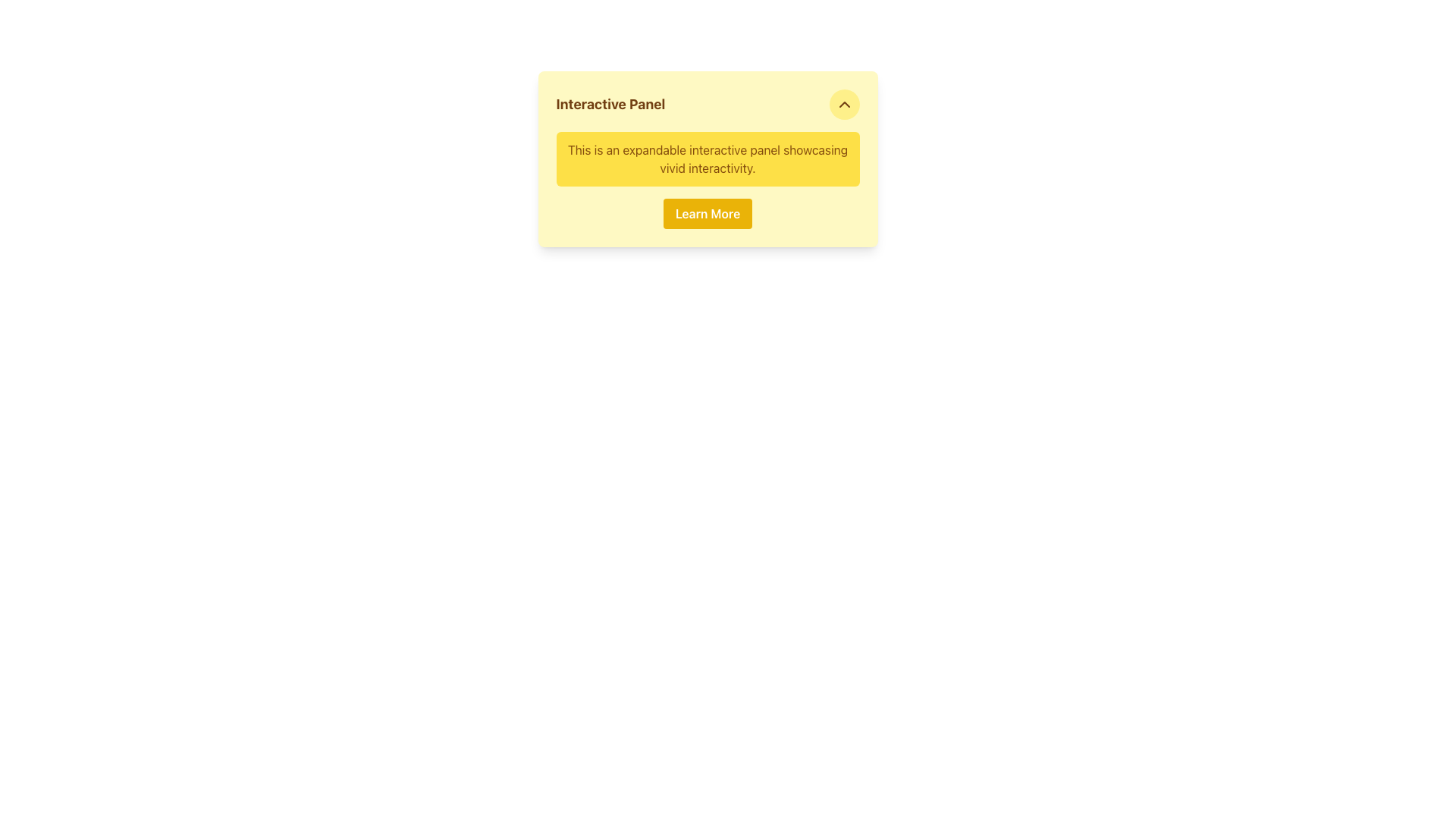 The width and height of the screenshot is (1456, 819). Describe the element at coordinates (707, 158) in the screenshot. I see `the text element displaying 'This is an expandable interactive panel showcasing vivid interactivity.'` at that location.